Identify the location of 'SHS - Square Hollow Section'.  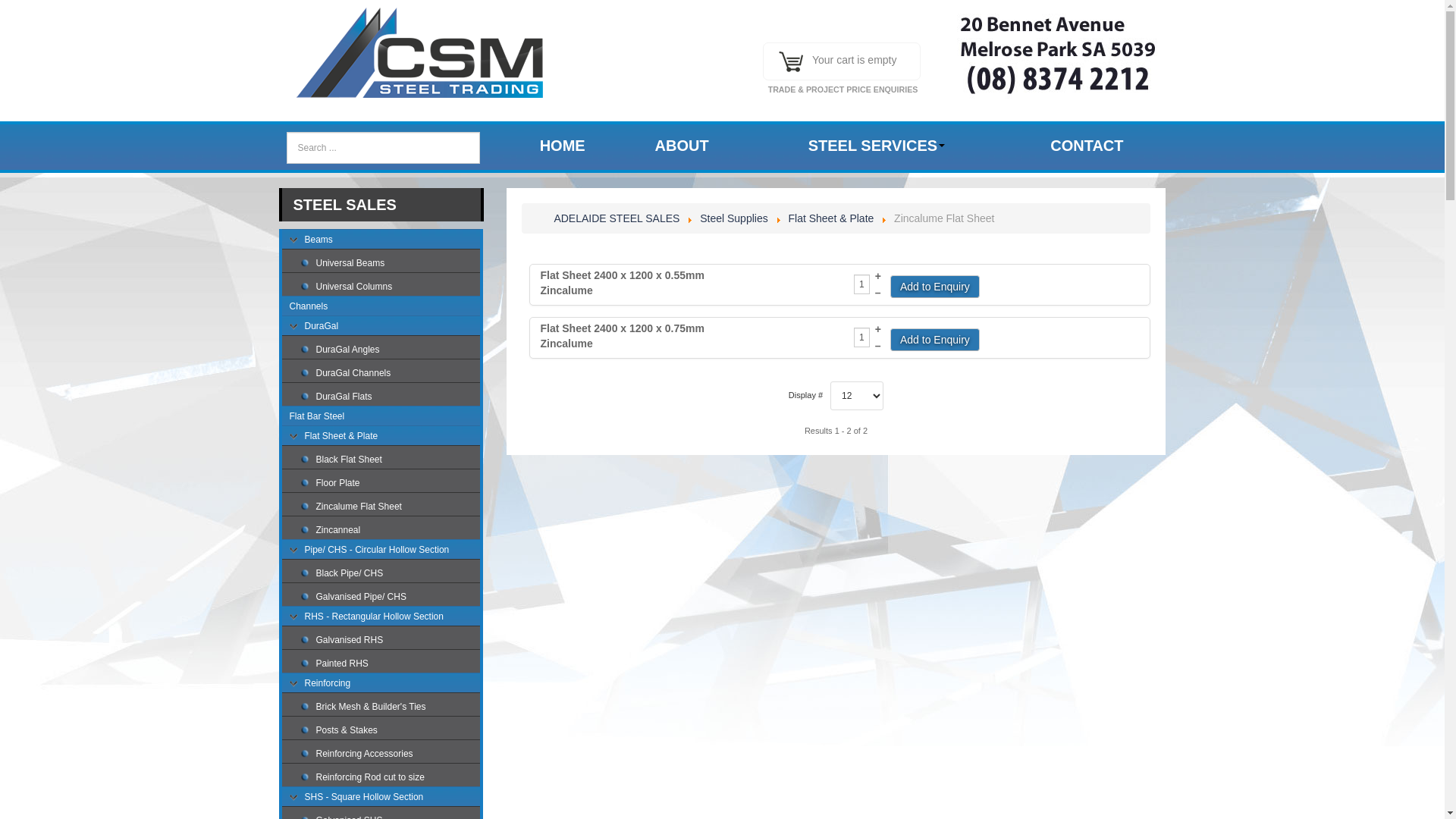
(297, 798).